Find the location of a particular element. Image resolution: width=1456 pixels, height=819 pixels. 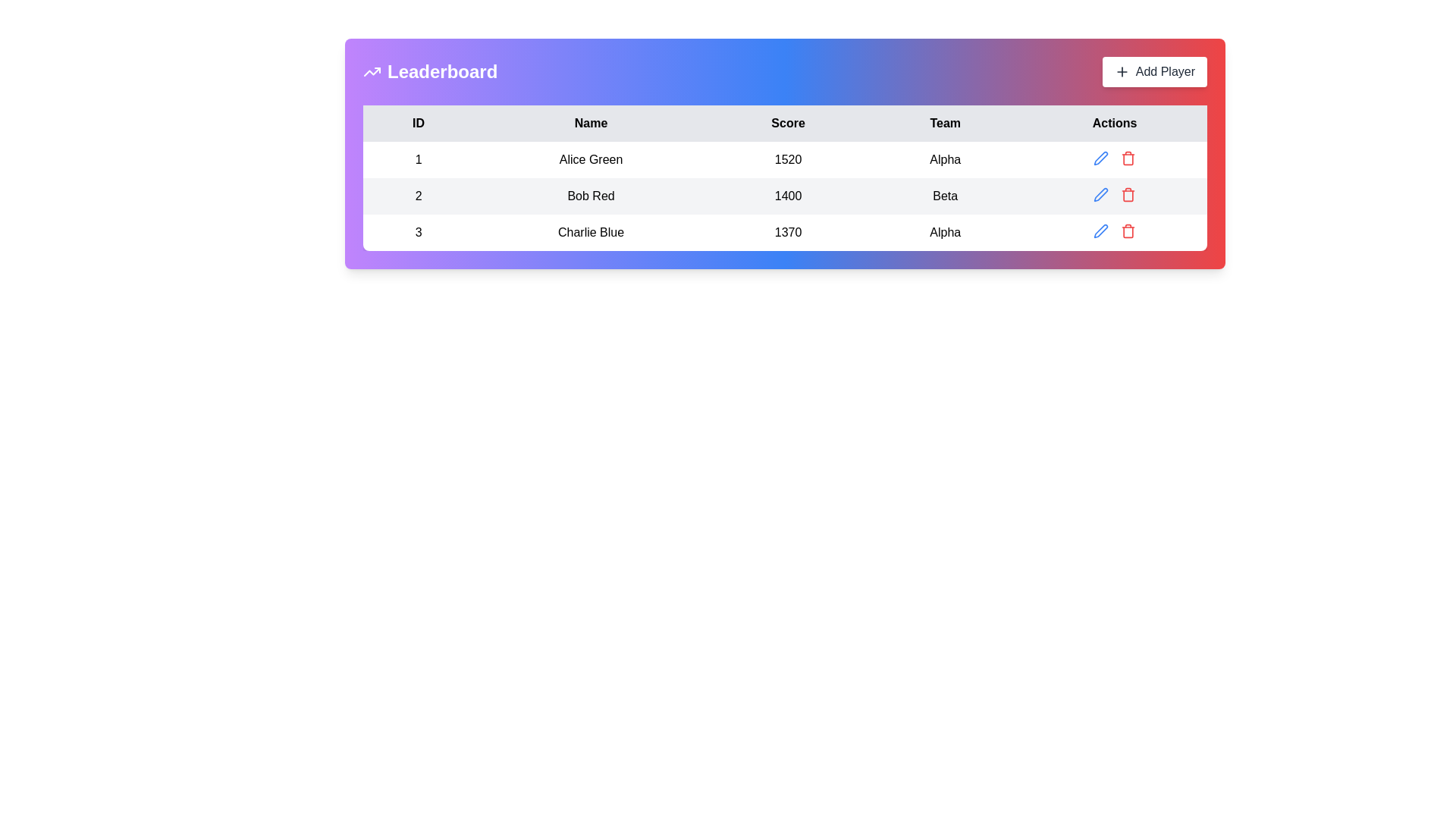

the 'Score' text label in the table header of the 'Leaderboard' section, which is visually styled with a gray background and bold black text, located between the 'Name' and 'Team' columns is located at coordinates (785, 122).